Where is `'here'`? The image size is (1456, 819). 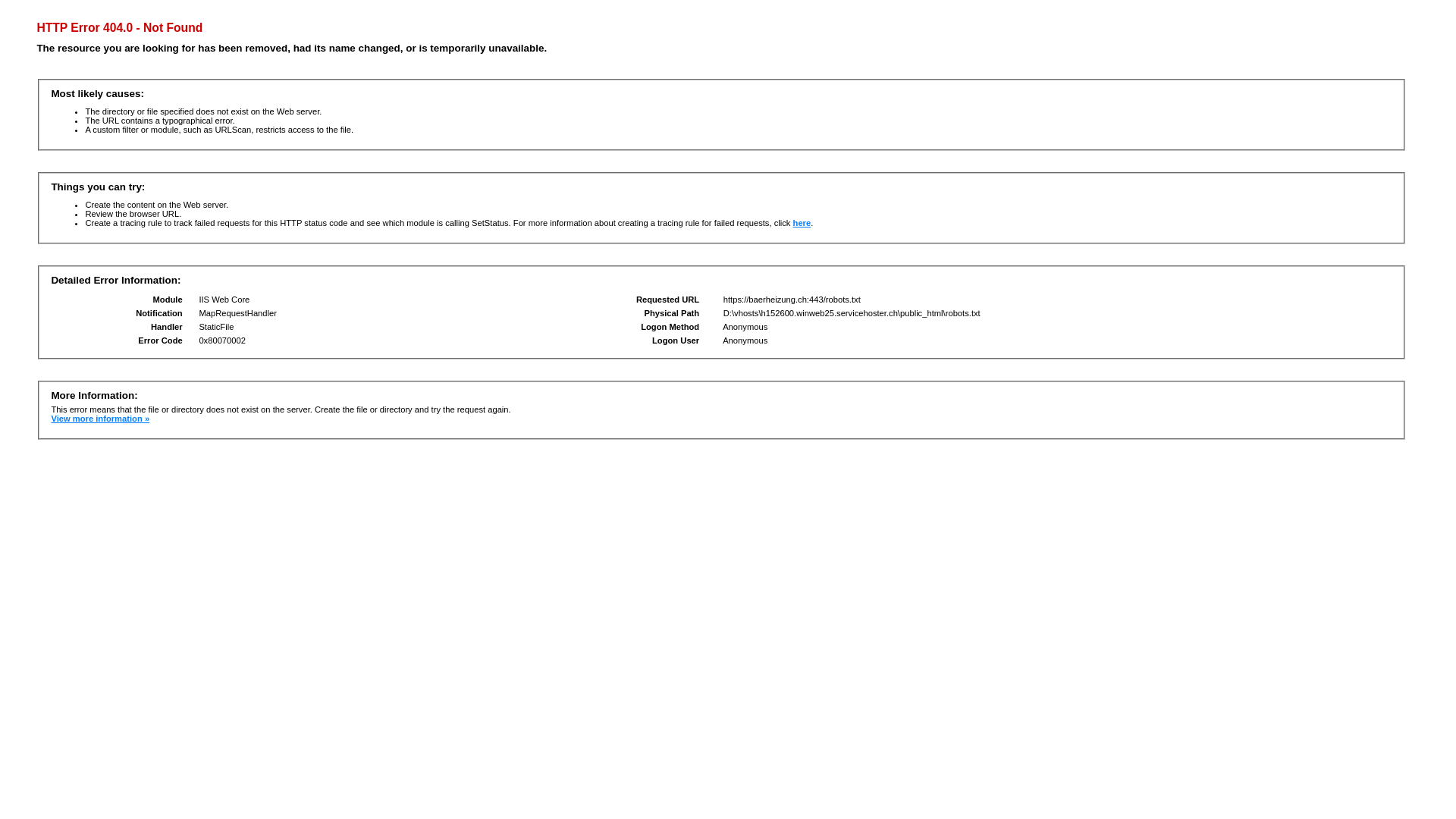 'here' is located at coordinates (801, 222).